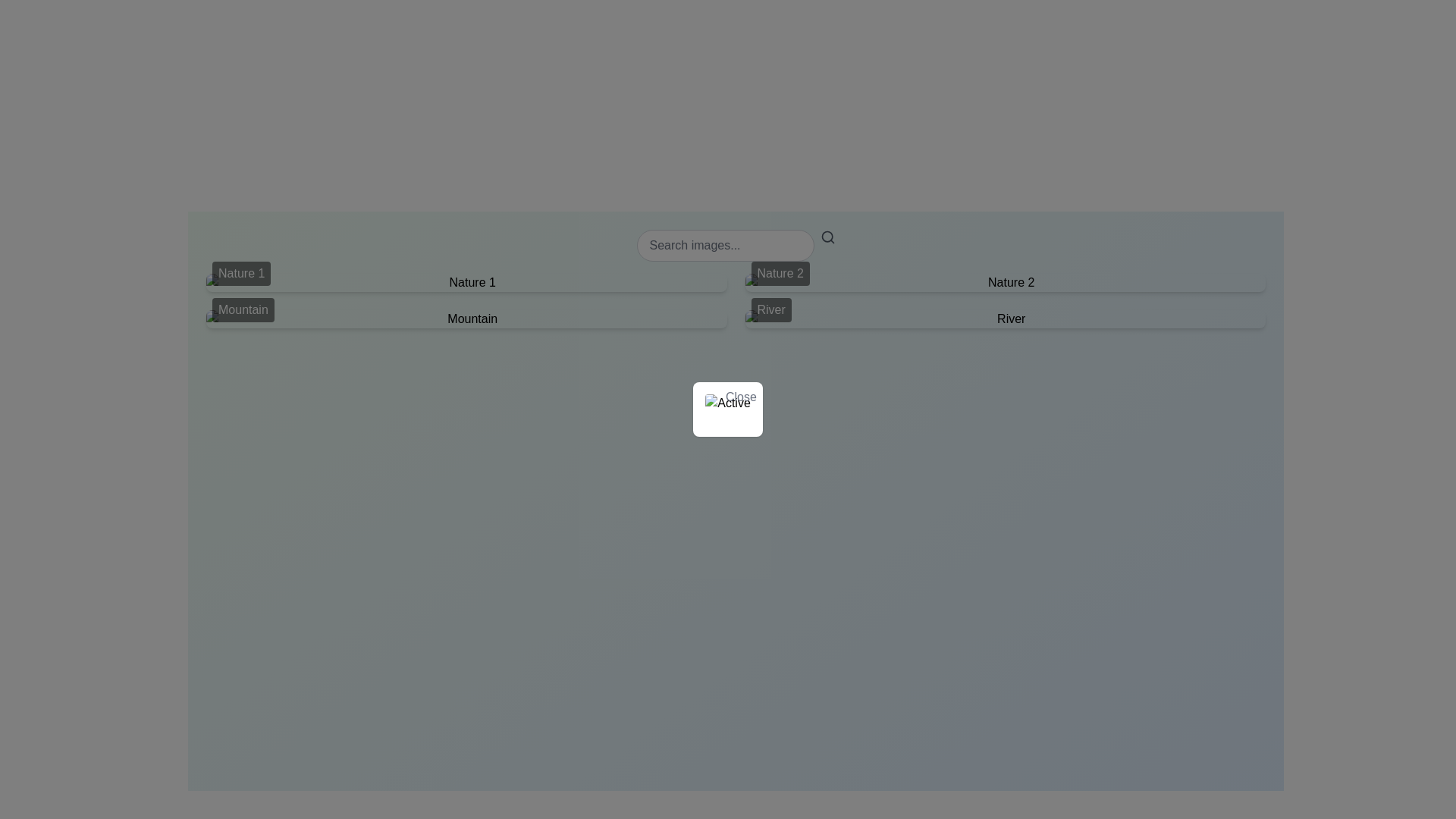 The image size is (1456, 819). What do you see at coordinates (466, 318) in the screenshot?
I see `the selectable option in the first column of the second row of the selection grid` at bounding box center [466, 318].